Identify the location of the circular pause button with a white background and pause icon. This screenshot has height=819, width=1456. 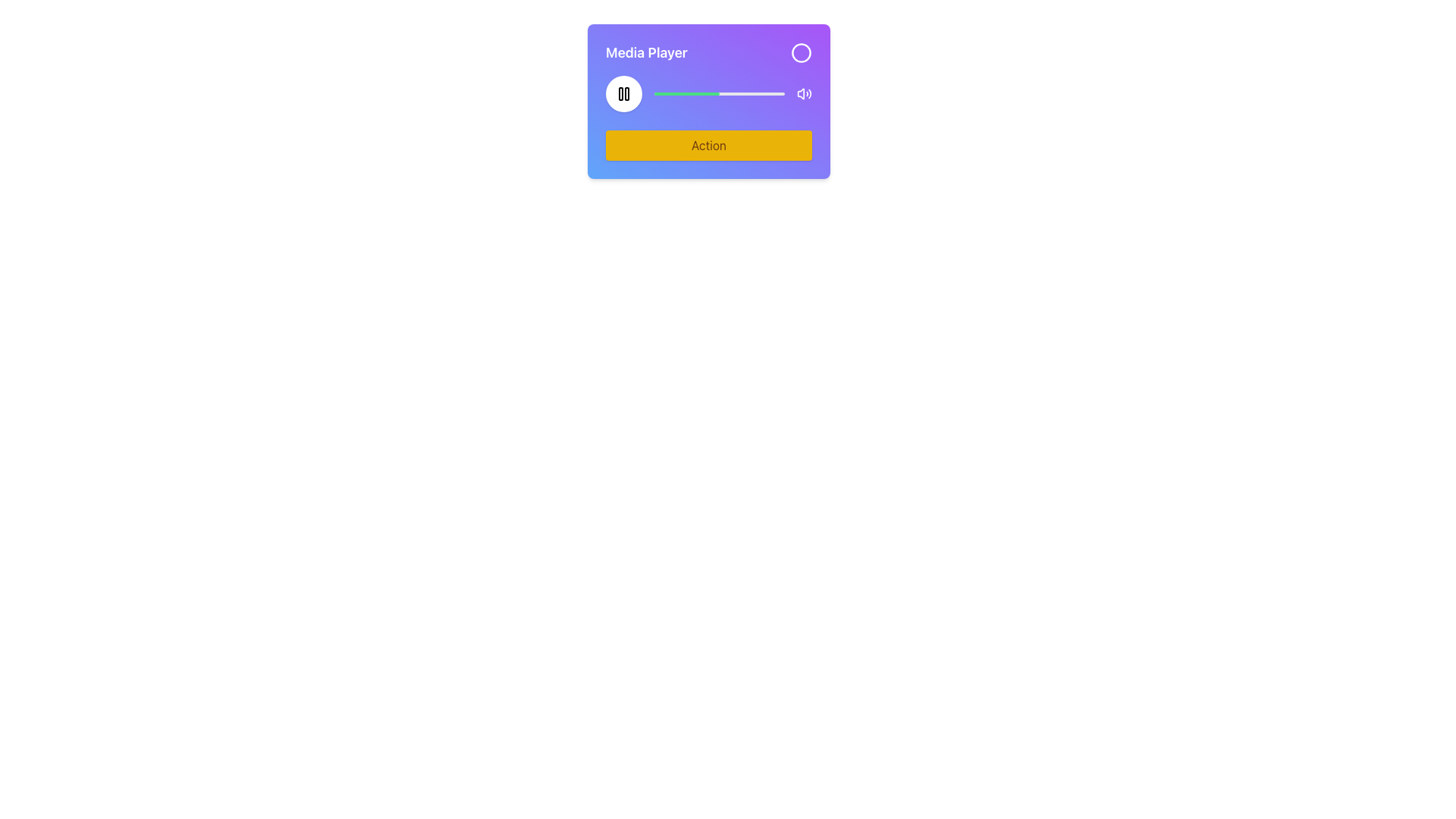
(623, 93).